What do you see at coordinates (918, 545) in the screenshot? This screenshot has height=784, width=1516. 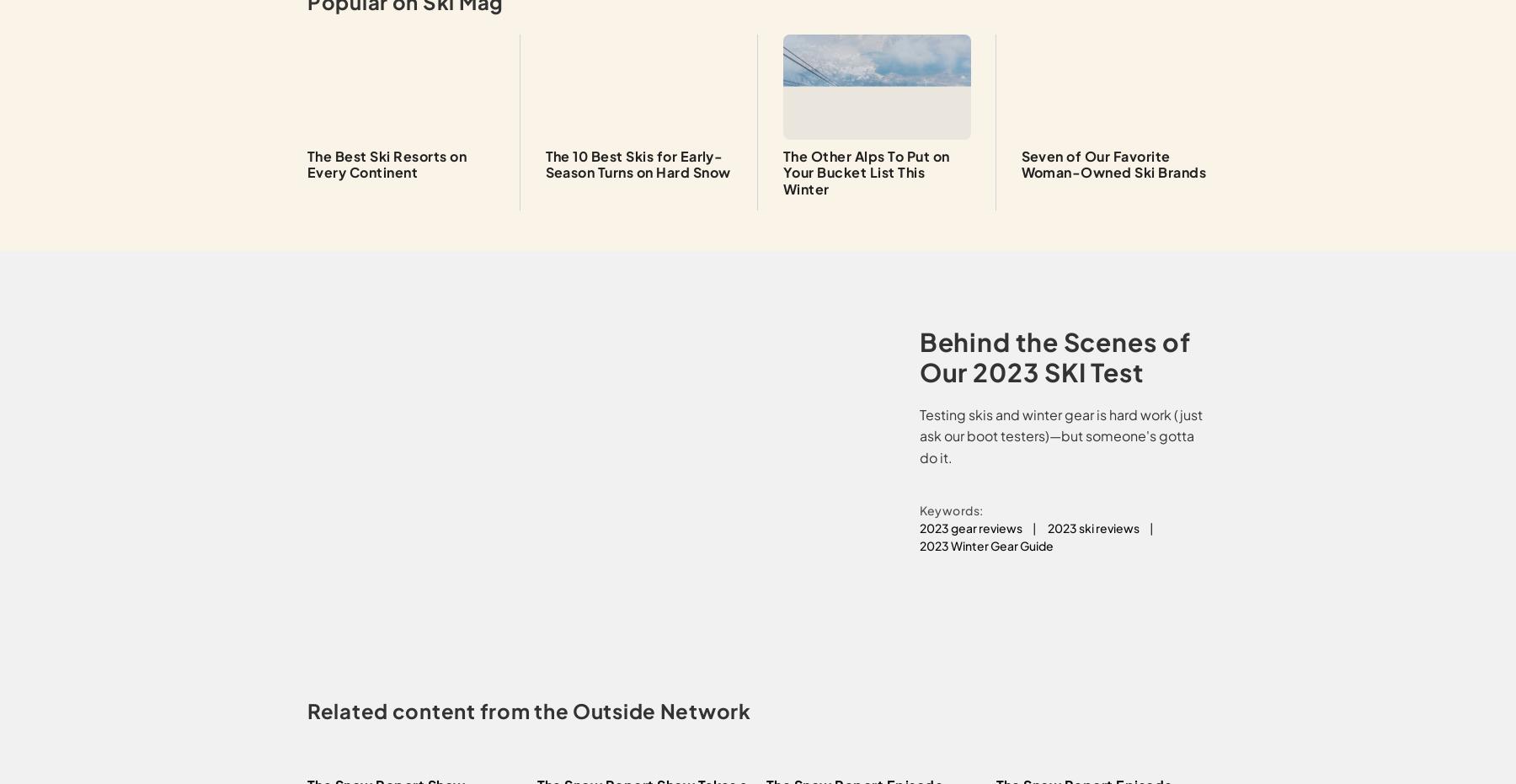 I see `'2023 Winter Gear Guide'` at bounding box center [918, 545].